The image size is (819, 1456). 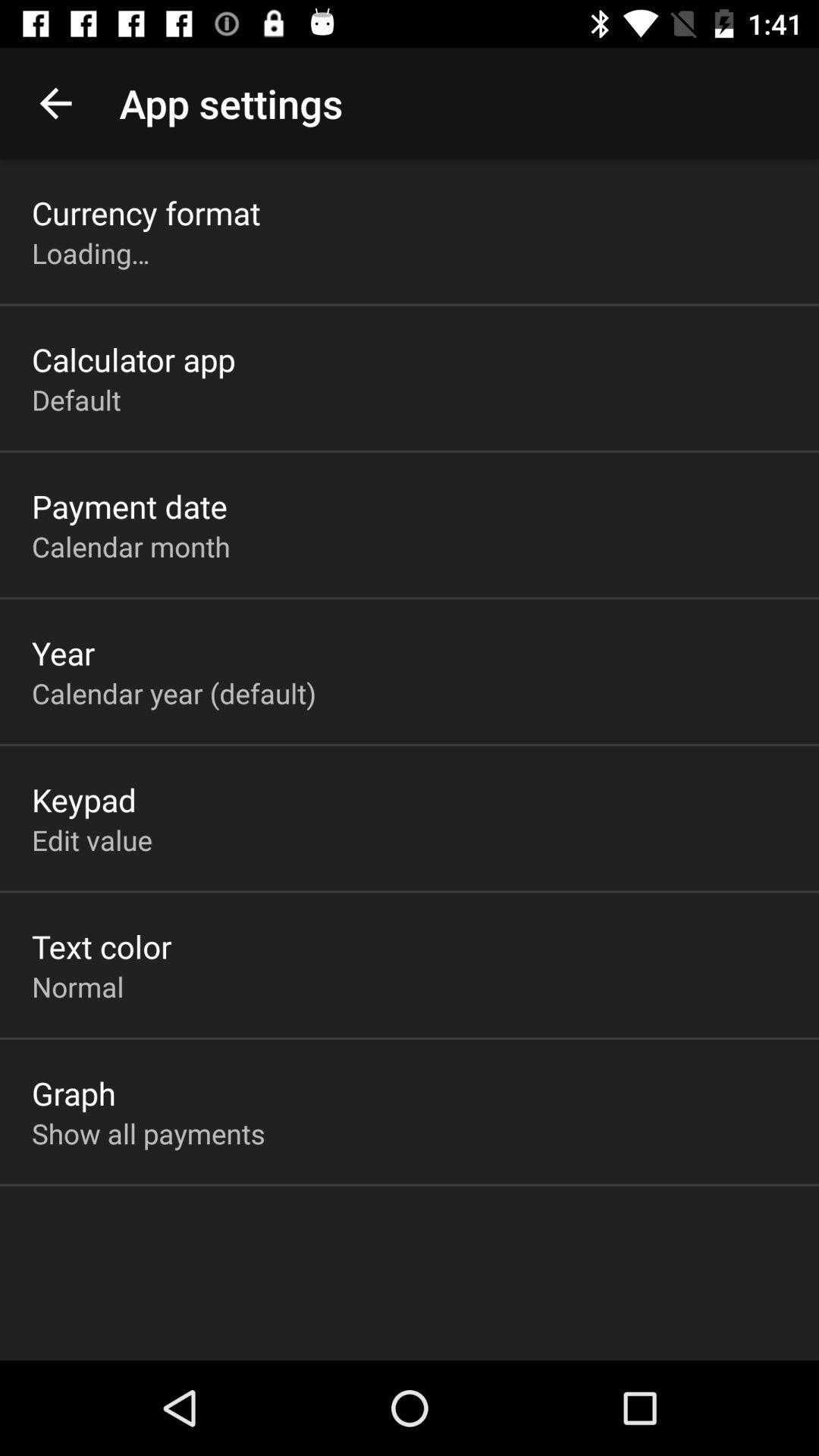 I want to click on the calculator app icon, so click(x=133, y=359).